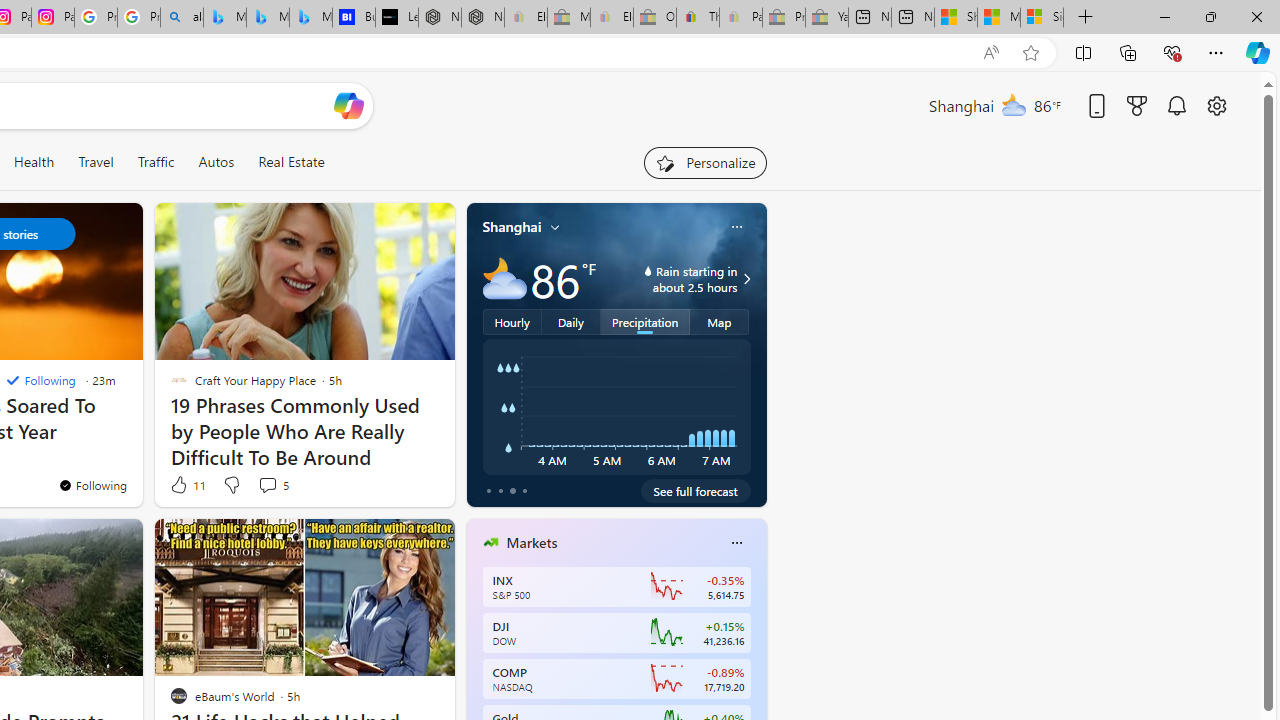 The height and width of the screenshot is (720, 1280). What do you see at coordinates (555, 226) in the screenshot?
I see `'My location'` at bounding box center [555, 226].